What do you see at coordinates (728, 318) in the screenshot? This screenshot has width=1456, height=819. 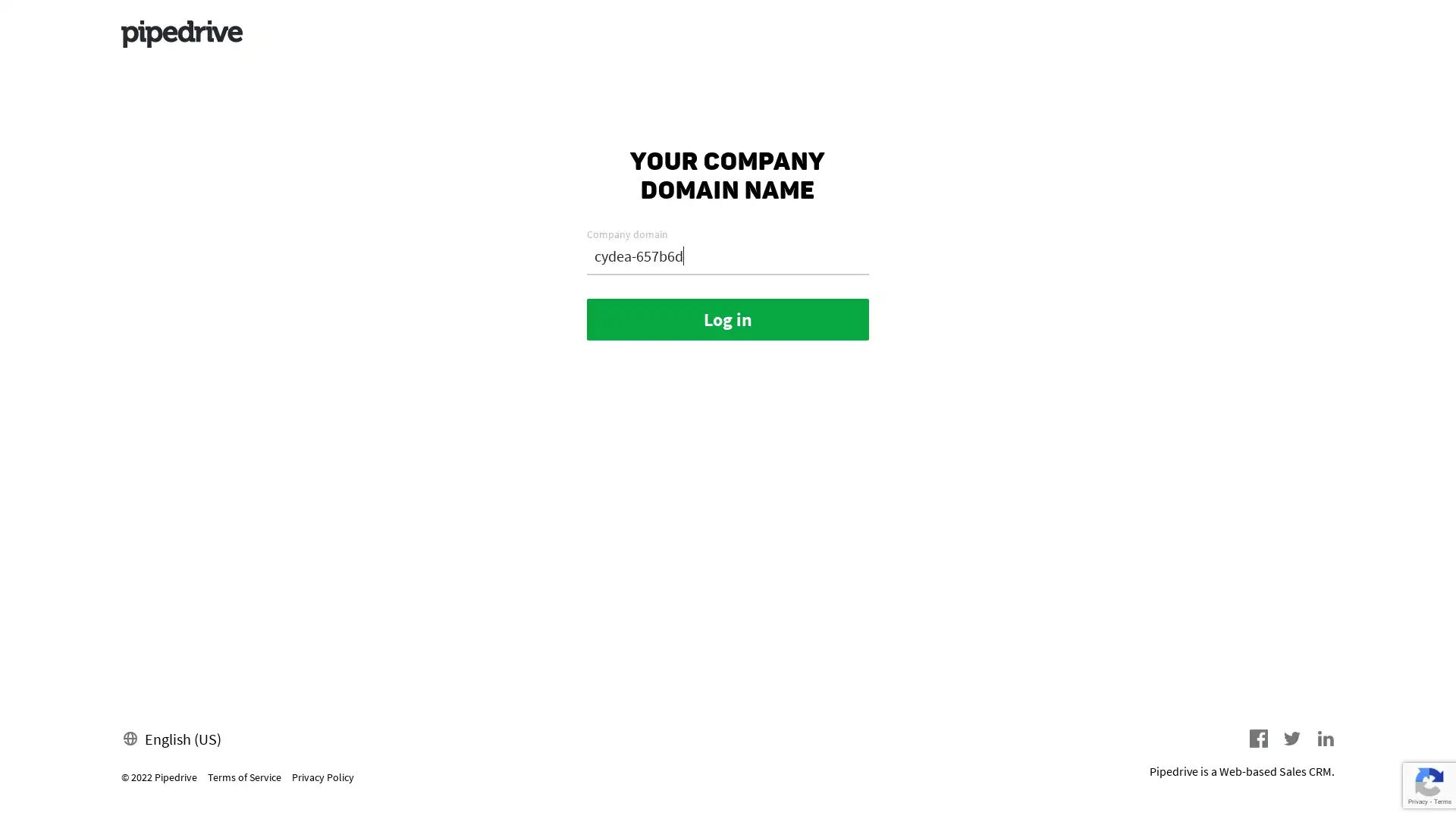 I see `Log in` at bounding box center [728, 318].